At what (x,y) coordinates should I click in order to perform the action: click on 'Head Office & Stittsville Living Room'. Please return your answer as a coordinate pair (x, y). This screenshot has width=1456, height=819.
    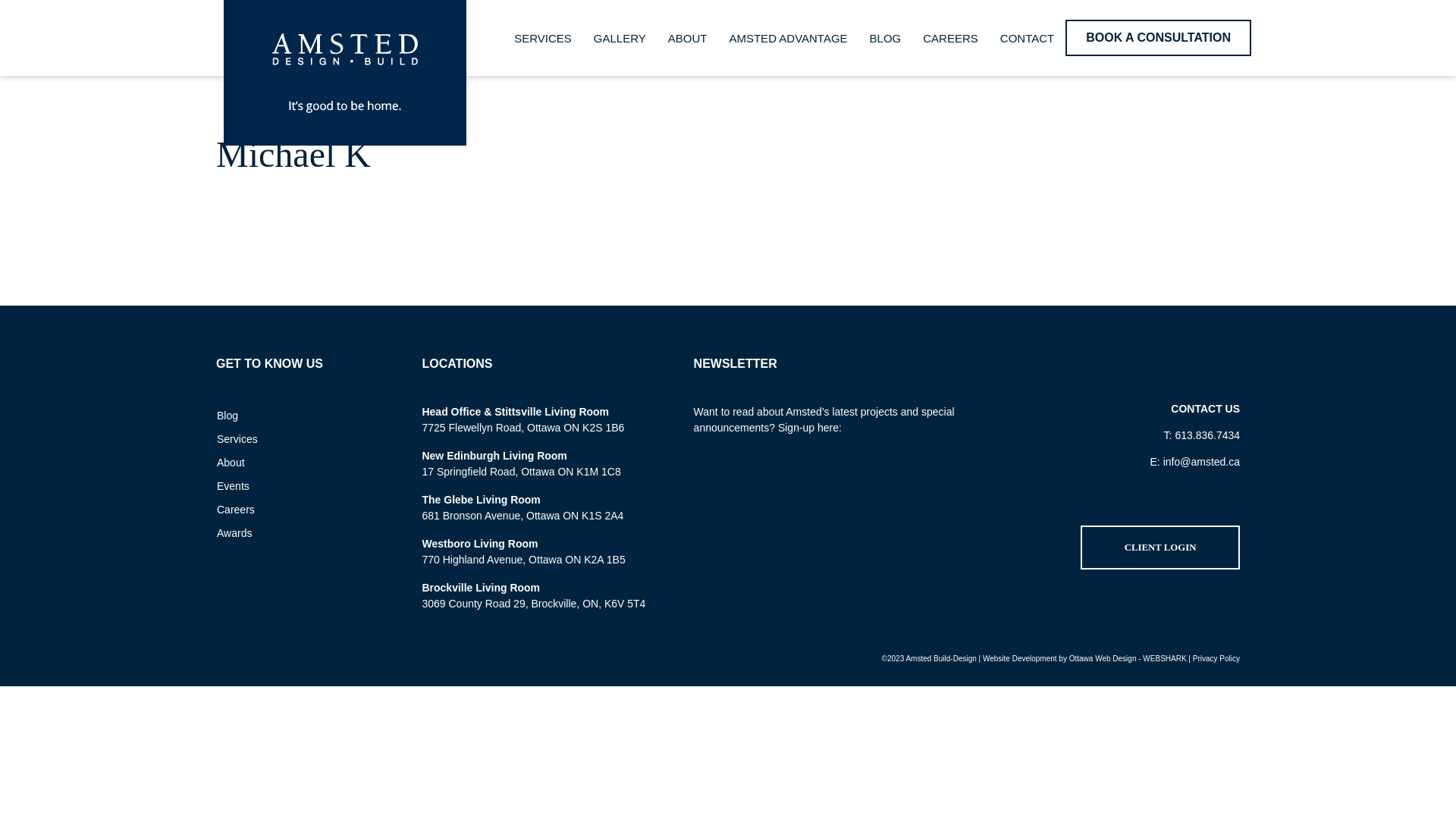
    Looking at the image, I should click on (515, 412).